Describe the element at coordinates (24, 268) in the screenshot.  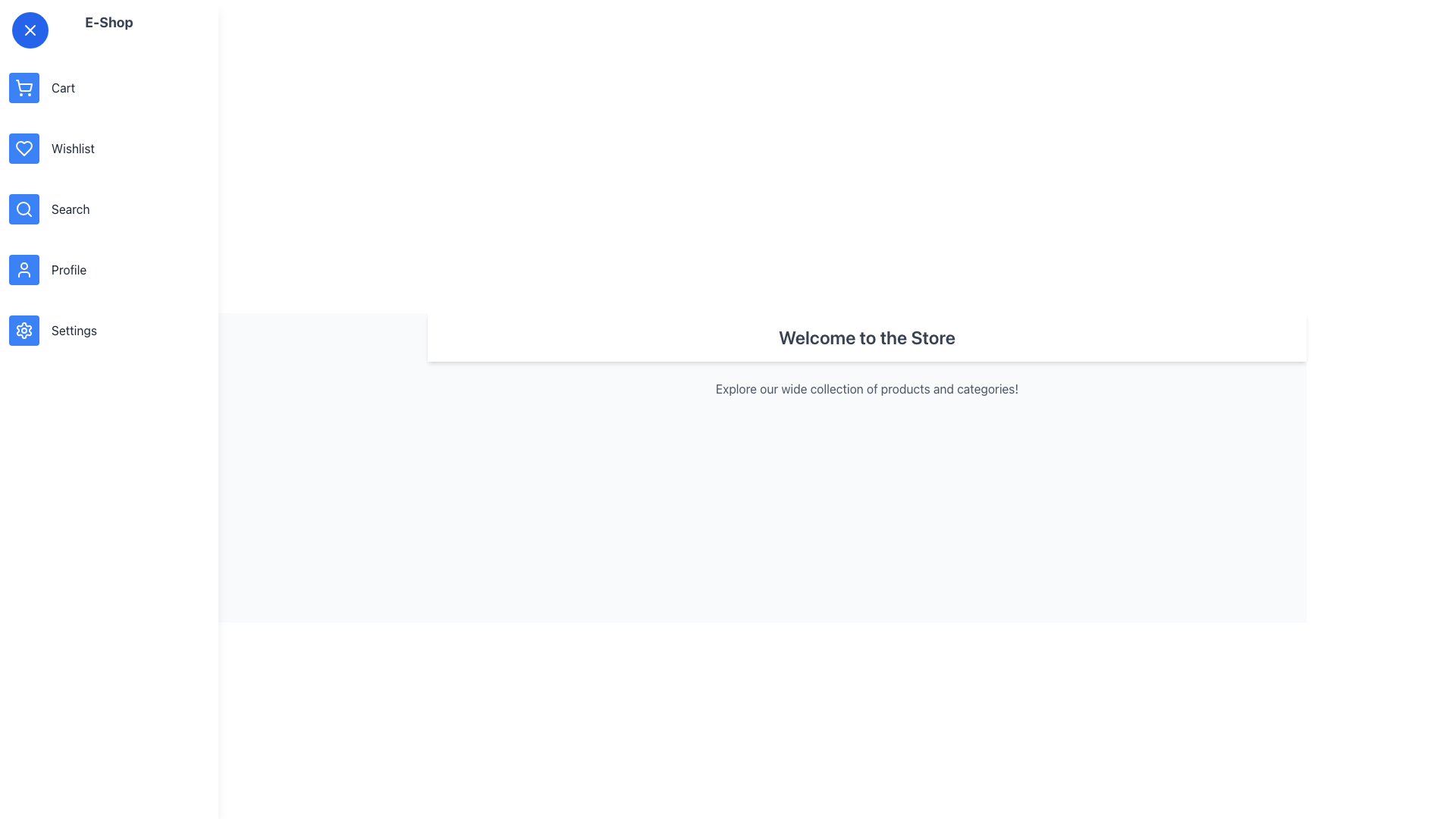
I see `the rounded blue button with a white user icon located in the left sidebar menu under the 'Profile' label` at that location.